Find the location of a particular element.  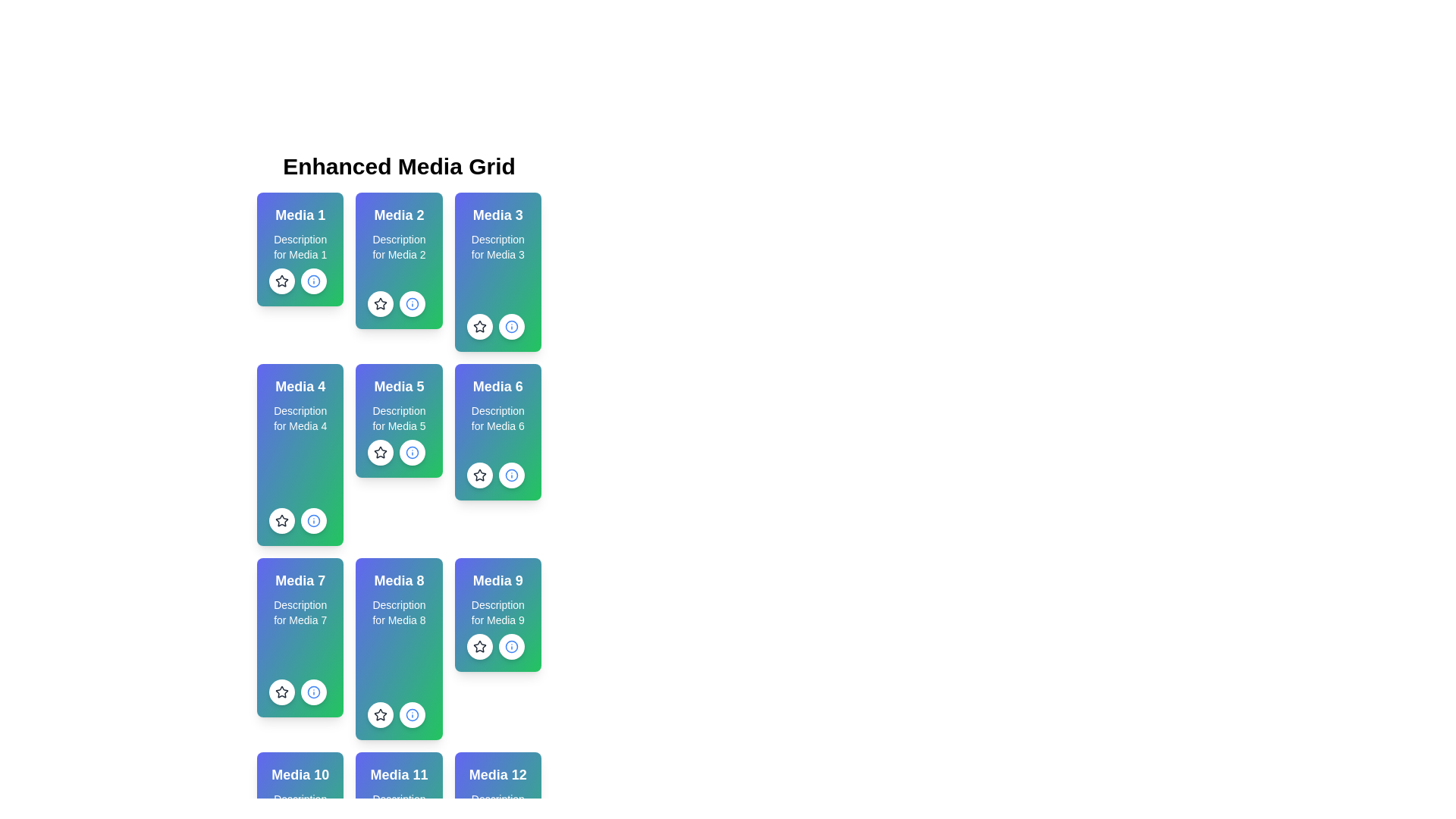

the circular information button with a white background and blue border located at the bottom-left corner of the 'Media 1' card is located at coordinates (312, 281).